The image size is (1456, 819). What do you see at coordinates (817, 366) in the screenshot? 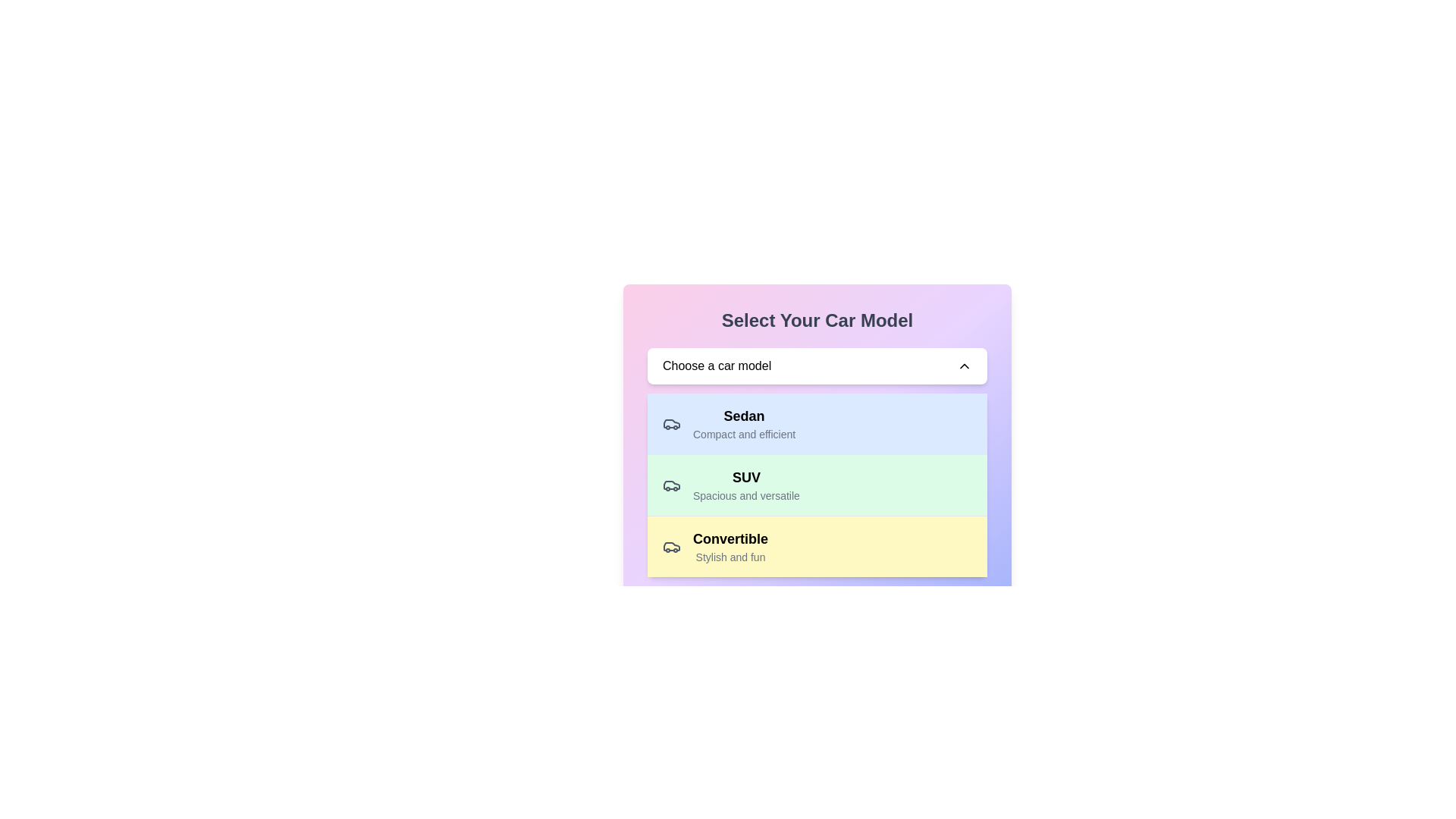
I see `the dropdown menu labeled 'Choose a car model'` at bounding box center [817, 366].